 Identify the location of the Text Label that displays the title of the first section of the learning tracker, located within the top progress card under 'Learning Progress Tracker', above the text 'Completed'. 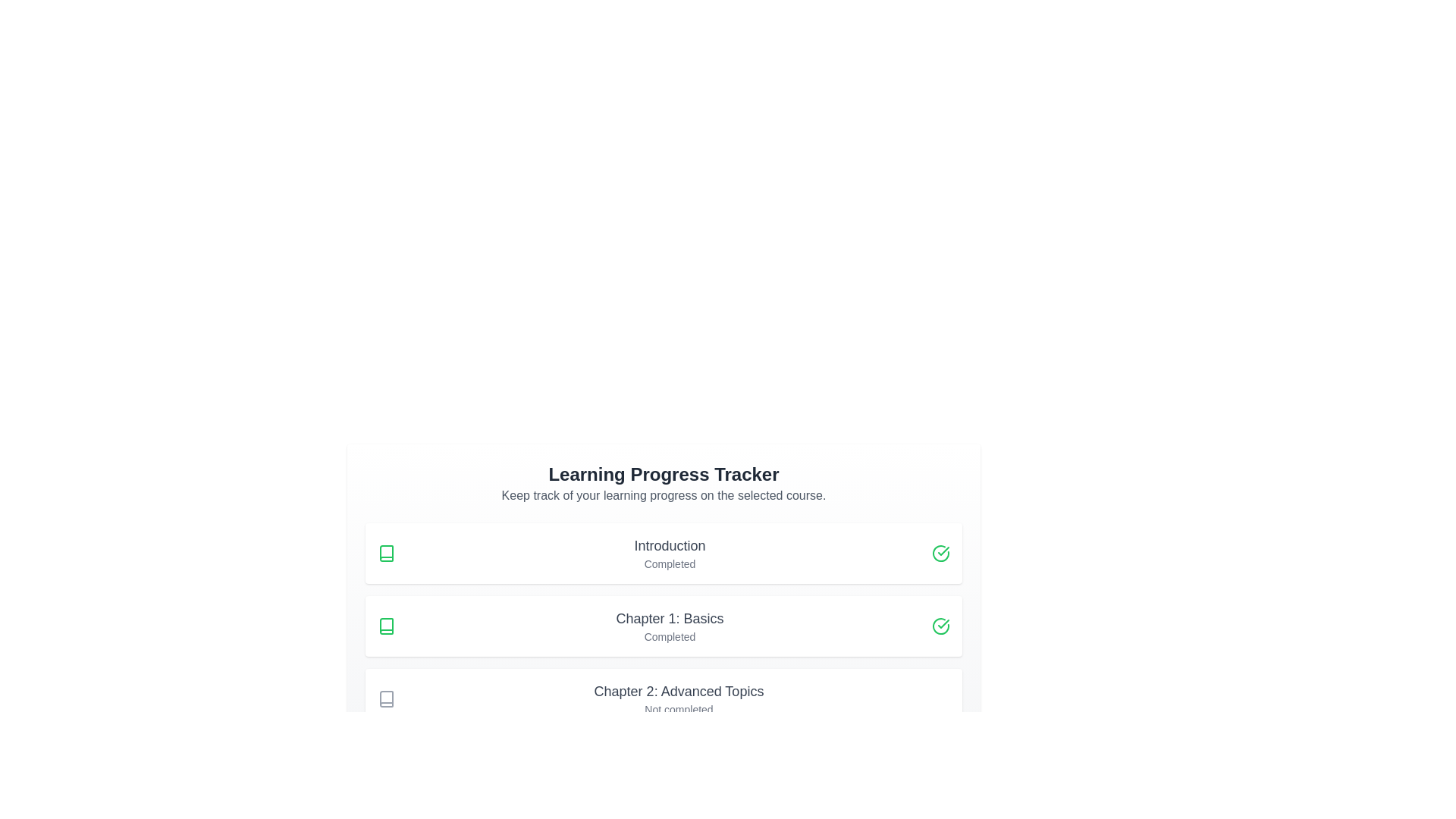
(669, 546).